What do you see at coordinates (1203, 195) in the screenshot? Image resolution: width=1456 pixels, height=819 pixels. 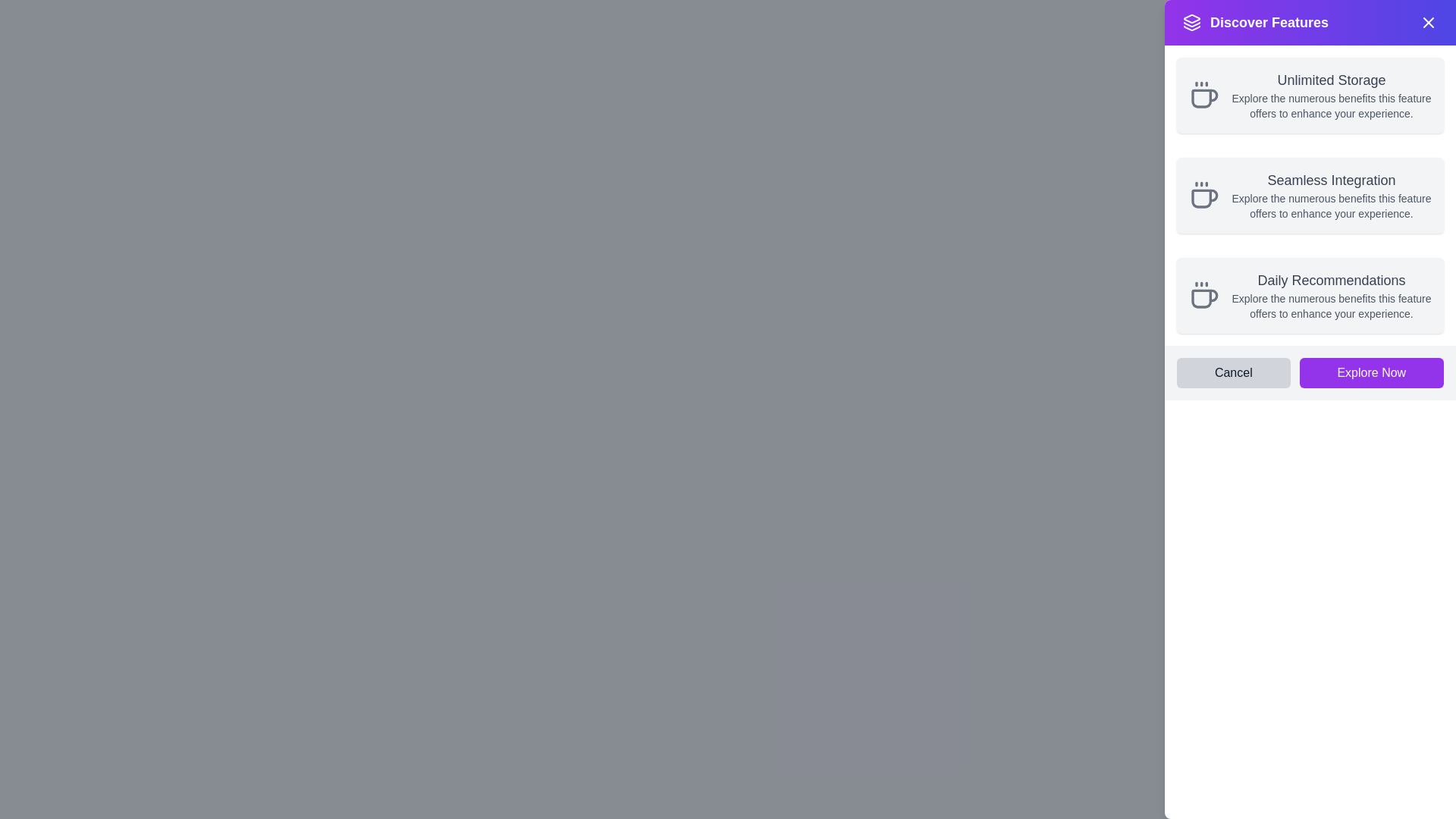 I see `the 'Seamless Integration' icon, which is located within the second card of the 'Discover Features' section, positioned to the left of the text content` at bounding box center [1203, 195].